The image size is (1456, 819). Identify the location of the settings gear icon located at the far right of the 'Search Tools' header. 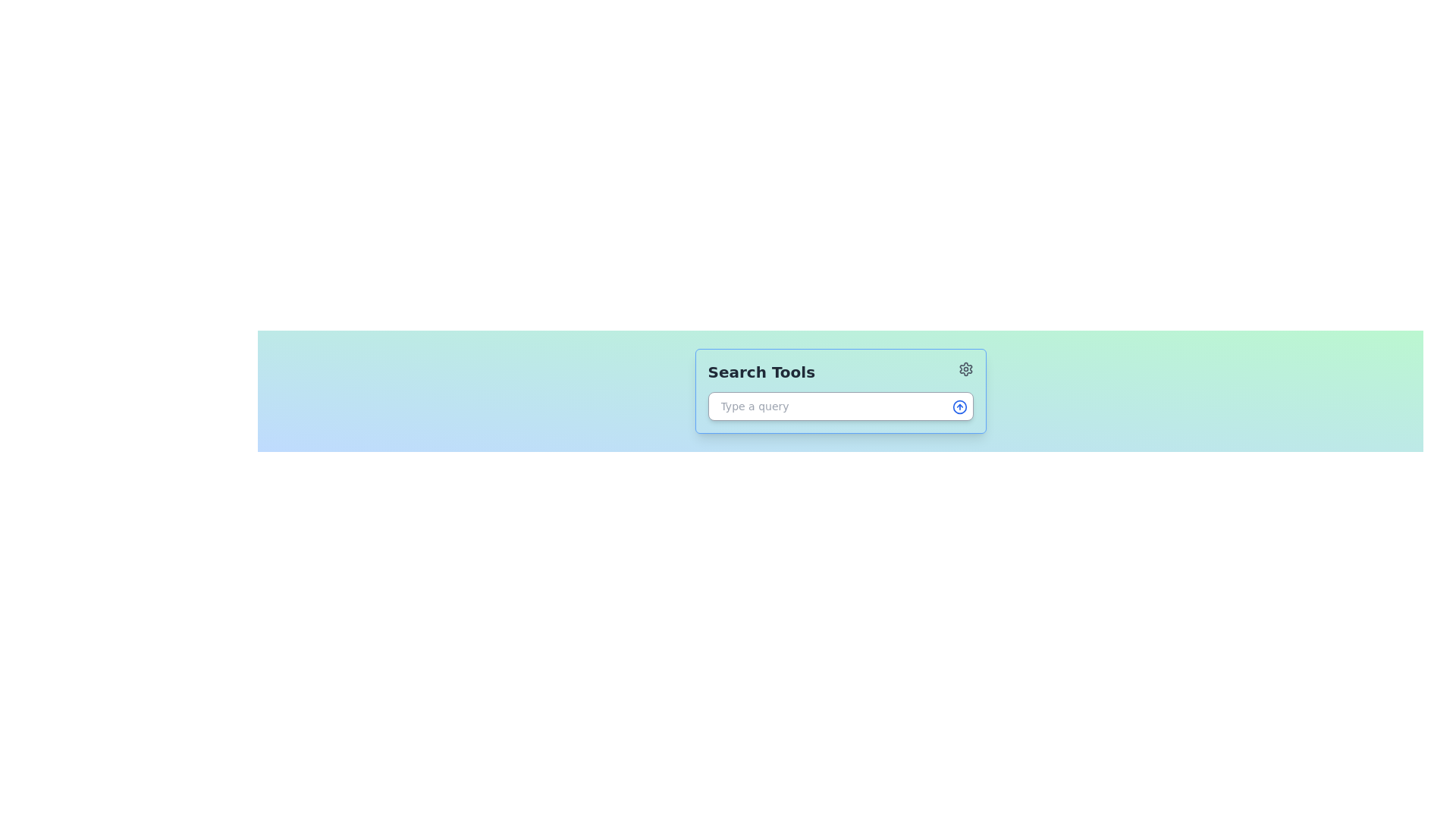
(965, 369).